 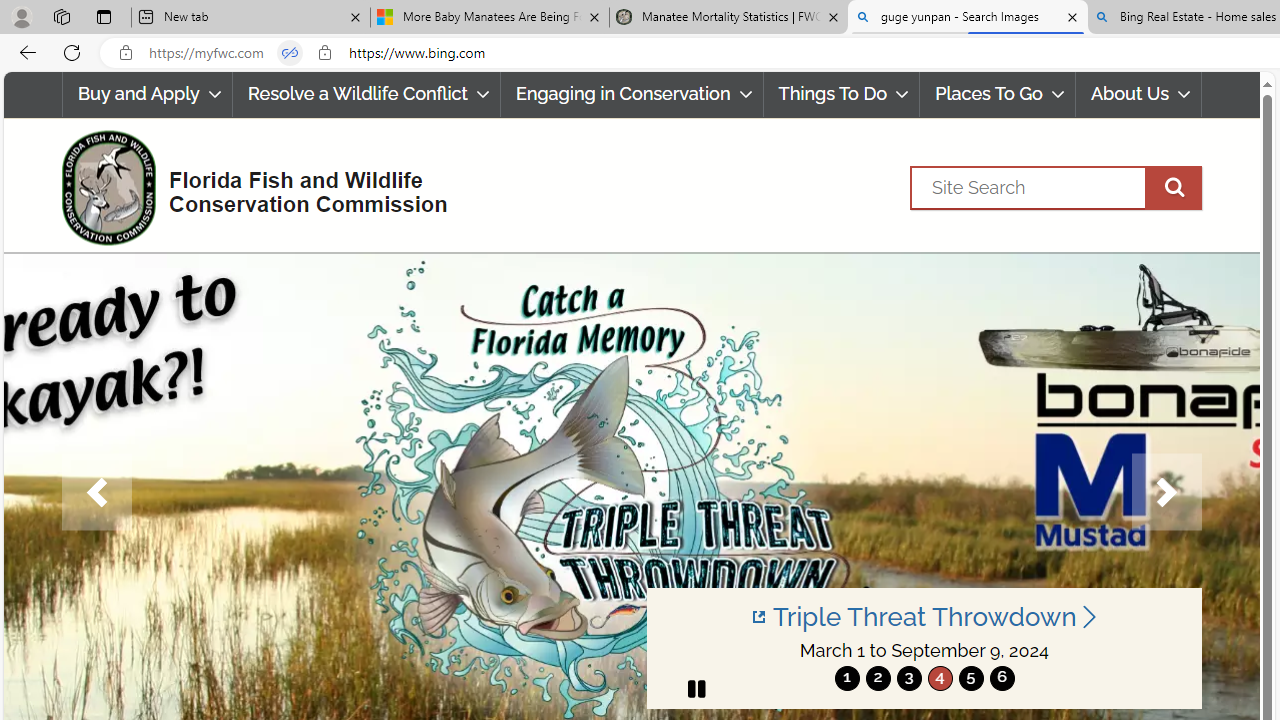 I want to click on 'Resolve a Wildlife Conflict', so click(x=366, y=94).